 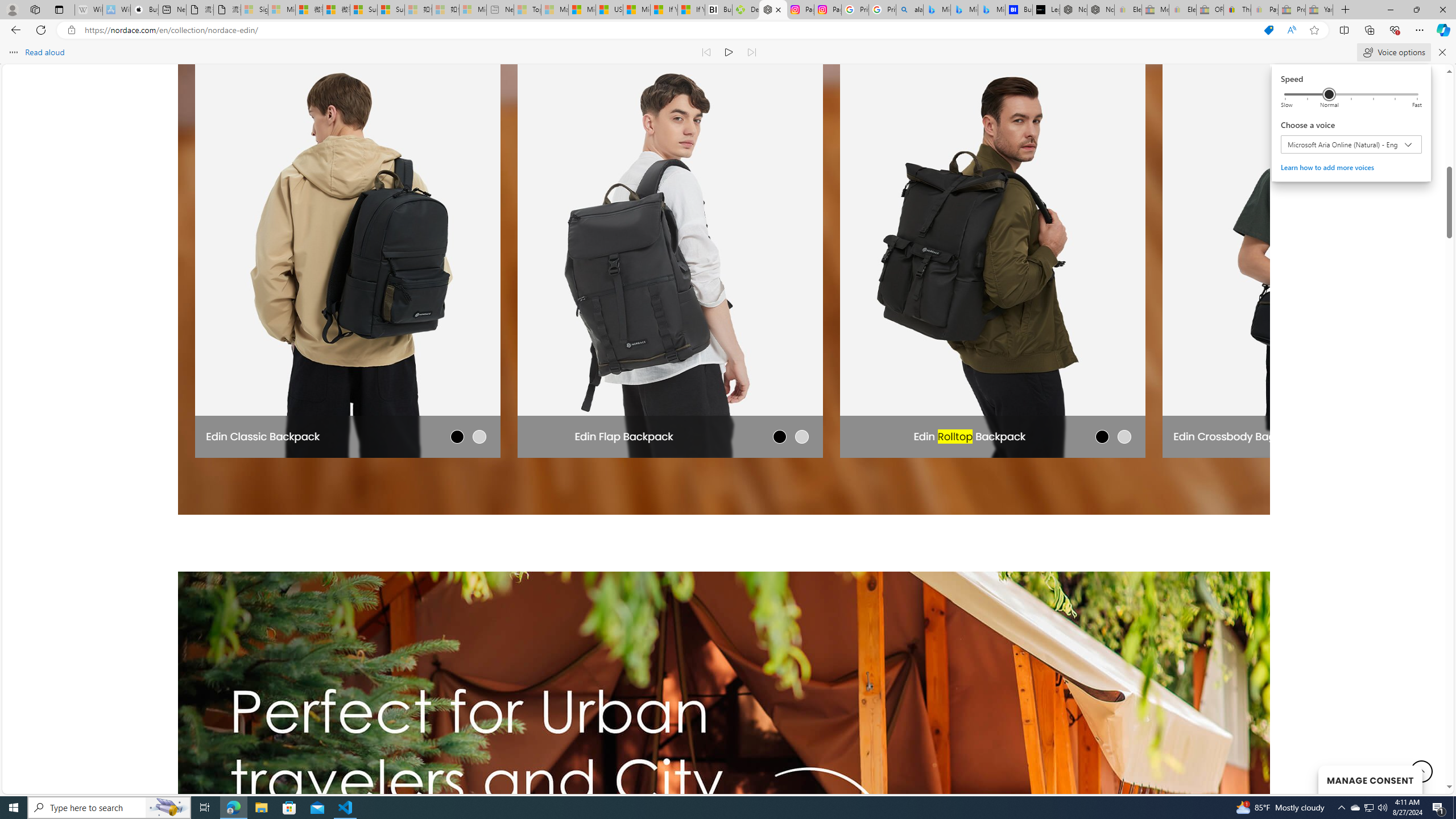 I want to click on 'Microsoft Bing Travel - Shangri-La Hotel Bangkok', so click(x=991, y=9).